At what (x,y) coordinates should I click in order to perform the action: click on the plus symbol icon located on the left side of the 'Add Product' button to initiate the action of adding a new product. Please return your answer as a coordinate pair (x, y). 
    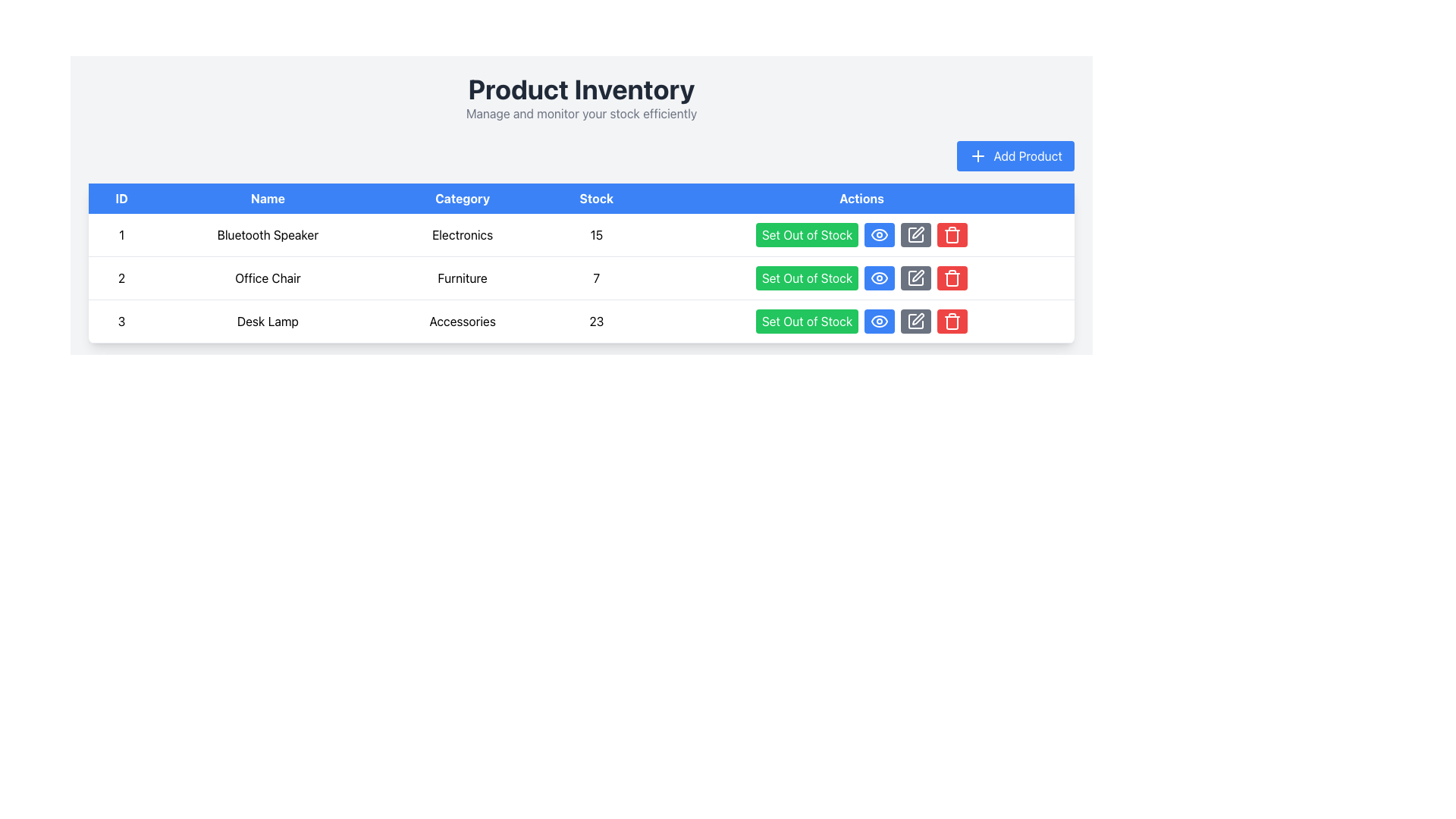
    Looking at the image, I should click on (978, 155).